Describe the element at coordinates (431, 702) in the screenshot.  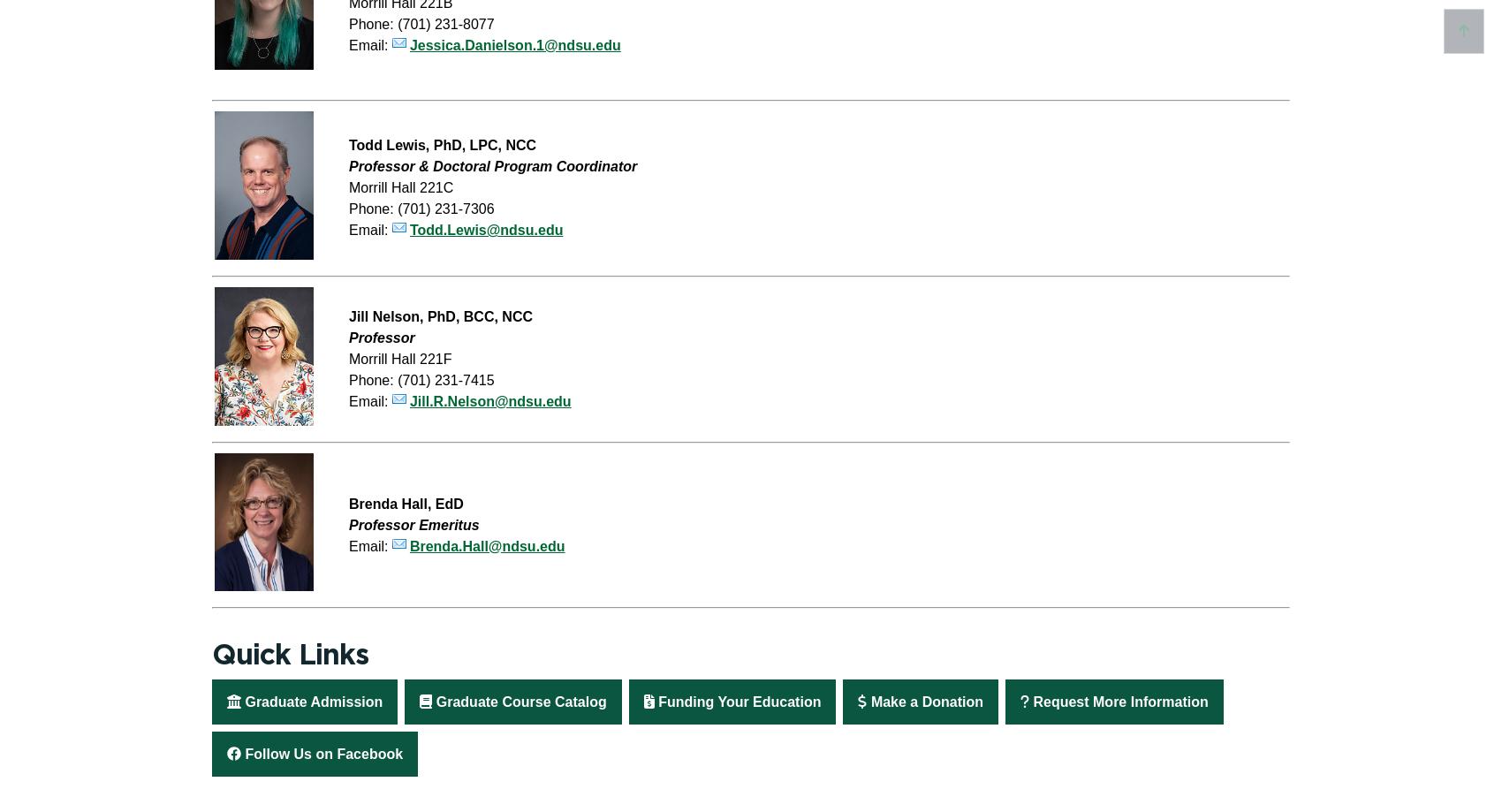
I see `'Graduate Course Catalog'` at that location.